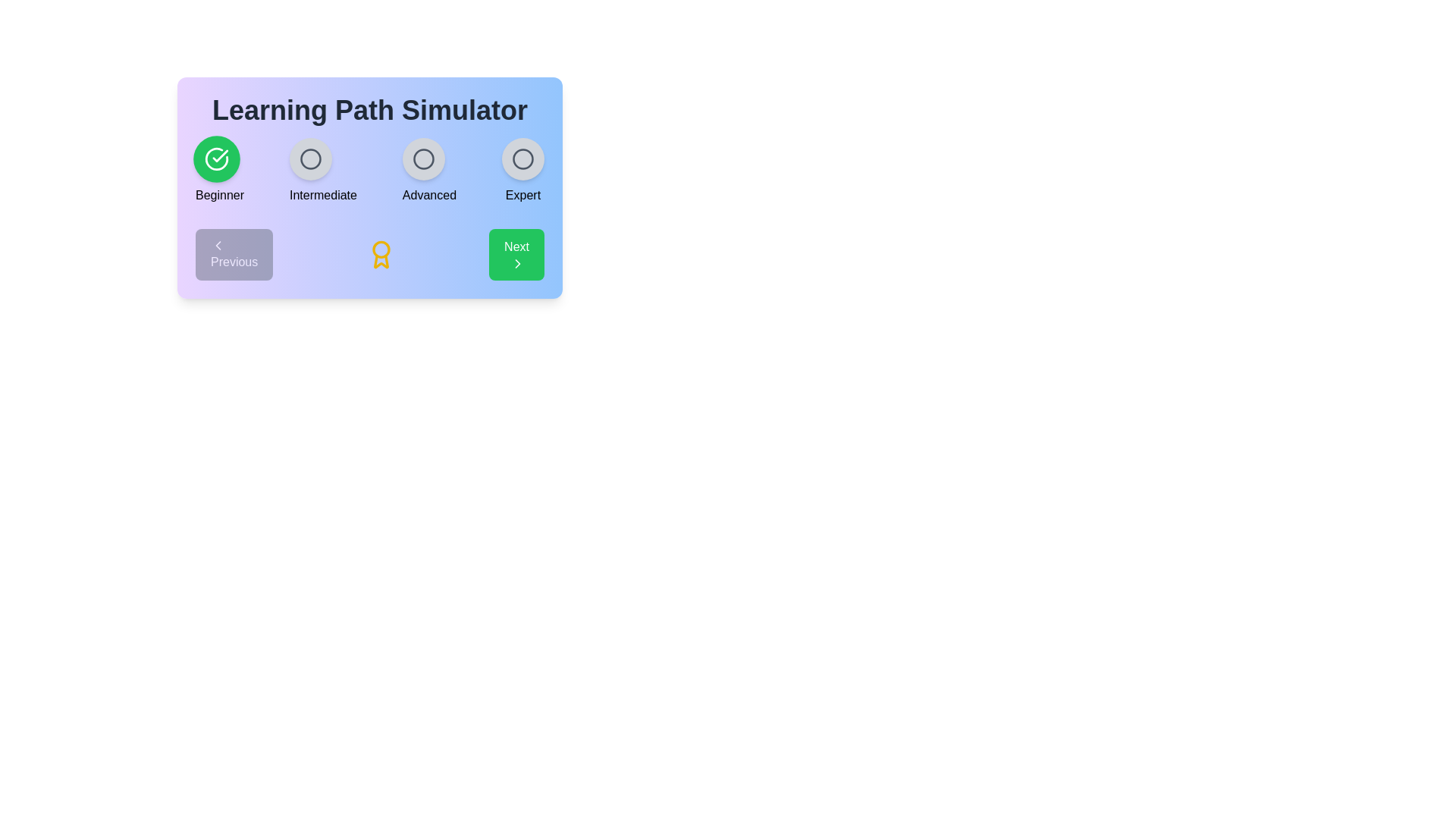  Describe the element at coordinates (216, 158) in the screenshot. I see `the SVG graphic representing a green circle with a white checkmark icon located at the leftmost position of the selectable options` at that location.